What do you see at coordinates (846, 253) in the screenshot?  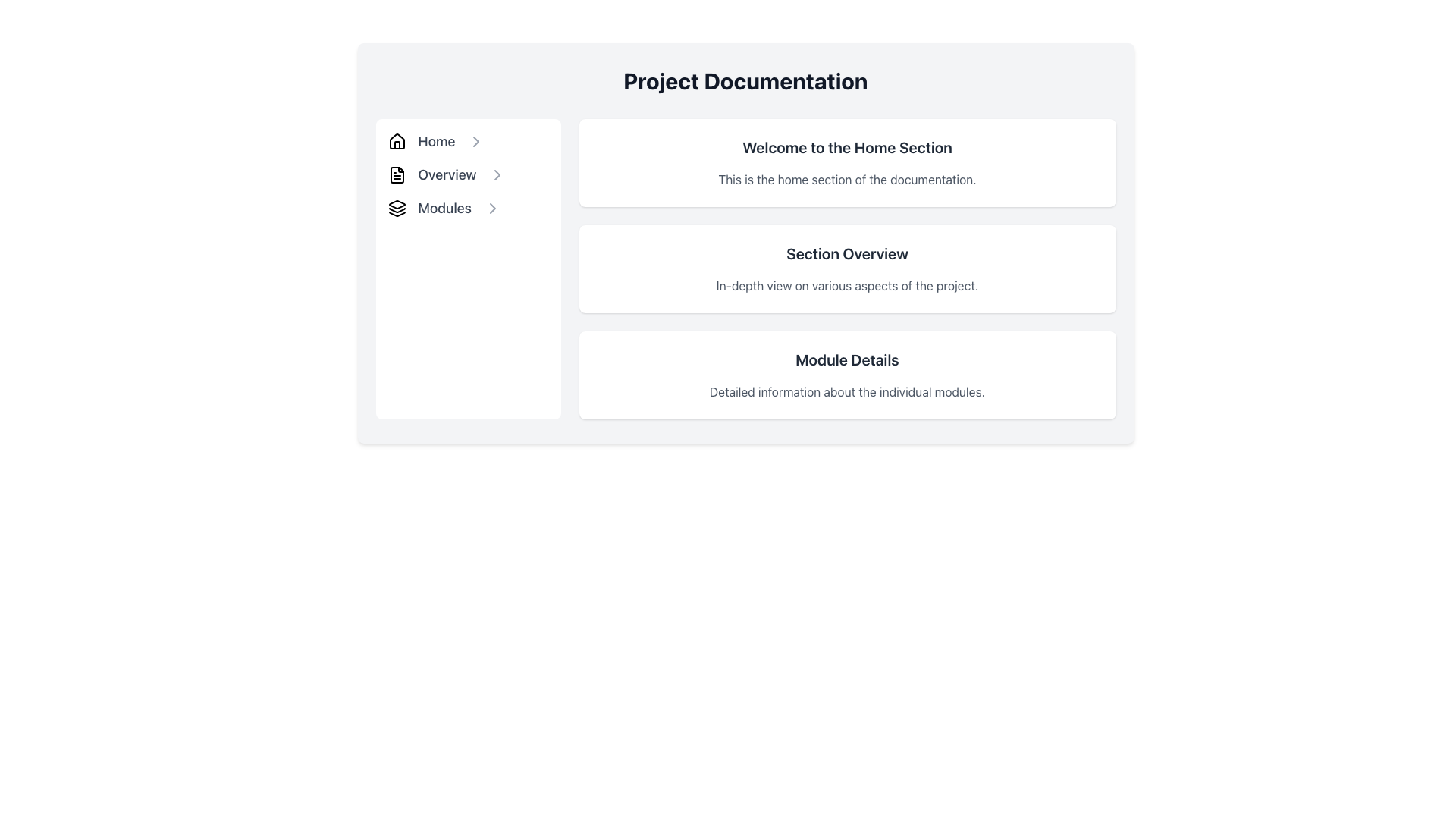 I see `section title label located centrally within the 'Overview' card, positioned above the subordinate description text` at bounding box center [846, 253].